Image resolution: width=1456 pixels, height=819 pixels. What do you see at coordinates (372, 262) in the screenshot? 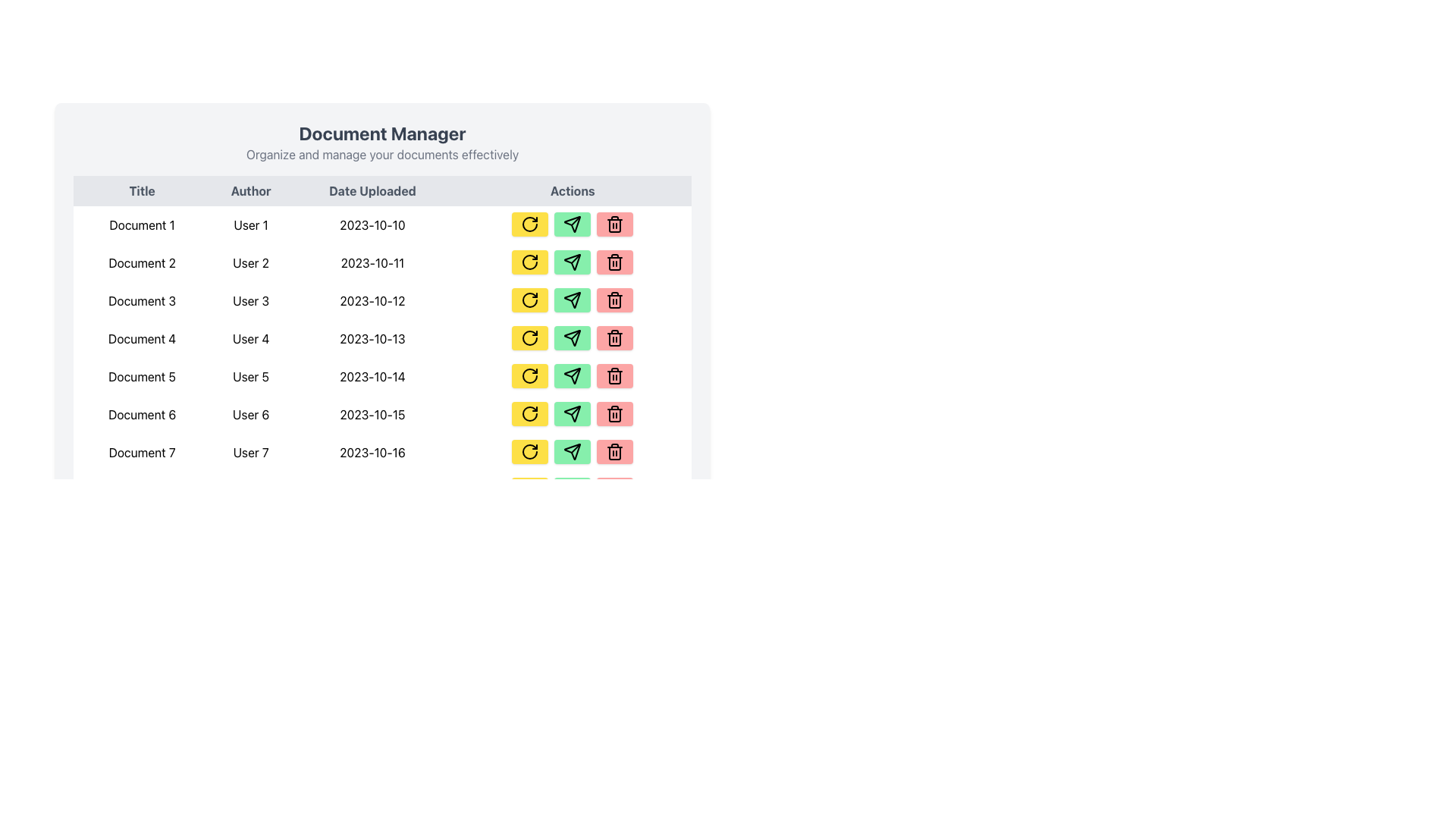
I see `the text label displaying the upload date for 'Document 2'` at bounding box center [372, 262].